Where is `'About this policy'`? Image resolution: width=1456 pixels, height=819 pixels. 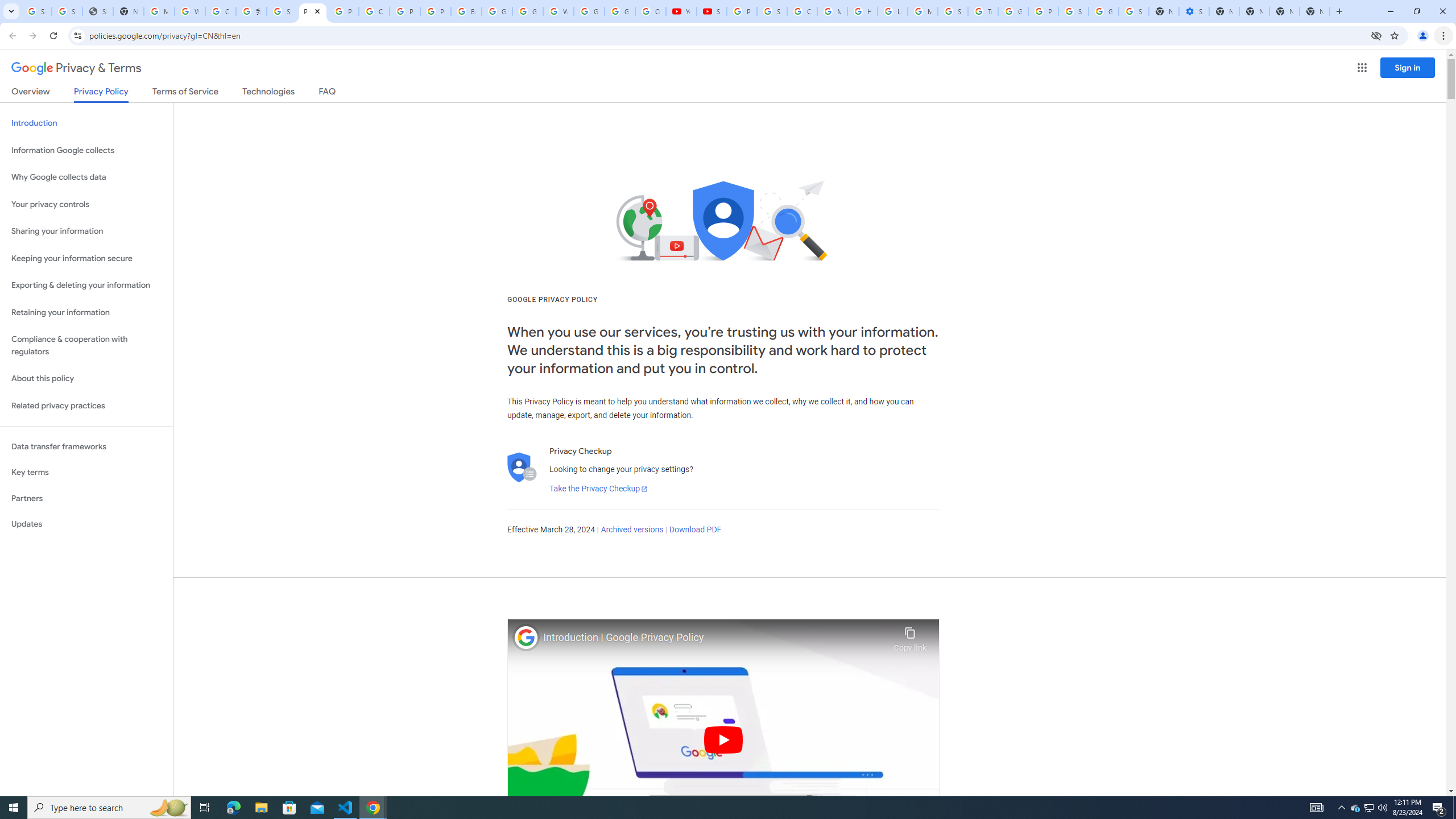
'About this policy' is located at coordinates (86, 379).